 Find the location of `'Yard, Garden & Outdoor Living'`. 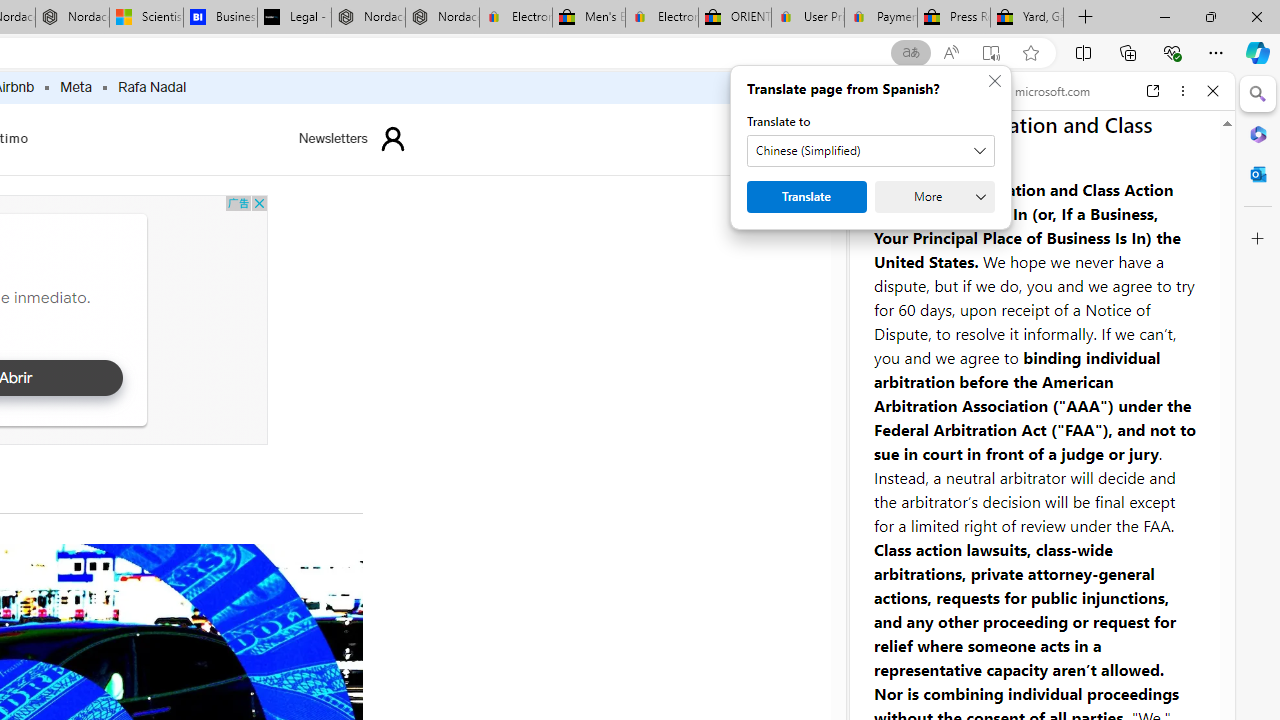

'Yard, Garden & Outdoor Living' is located at coordinates (1027, 17).